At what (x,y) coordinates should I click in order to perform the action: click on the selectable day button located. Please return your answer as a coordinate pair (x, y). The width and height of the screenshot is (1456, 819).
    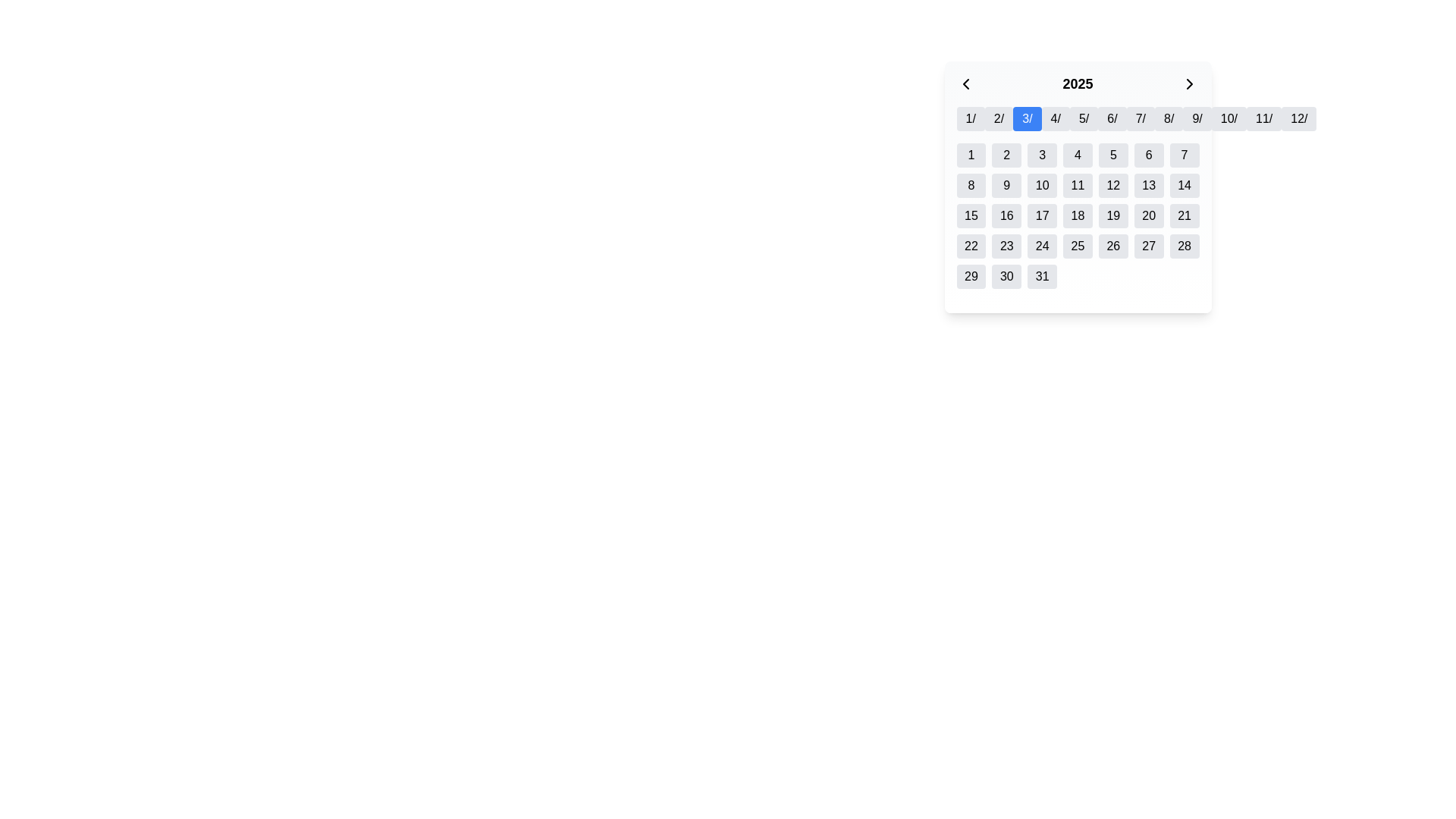
    Looking at the image, I should click on (971, 245).